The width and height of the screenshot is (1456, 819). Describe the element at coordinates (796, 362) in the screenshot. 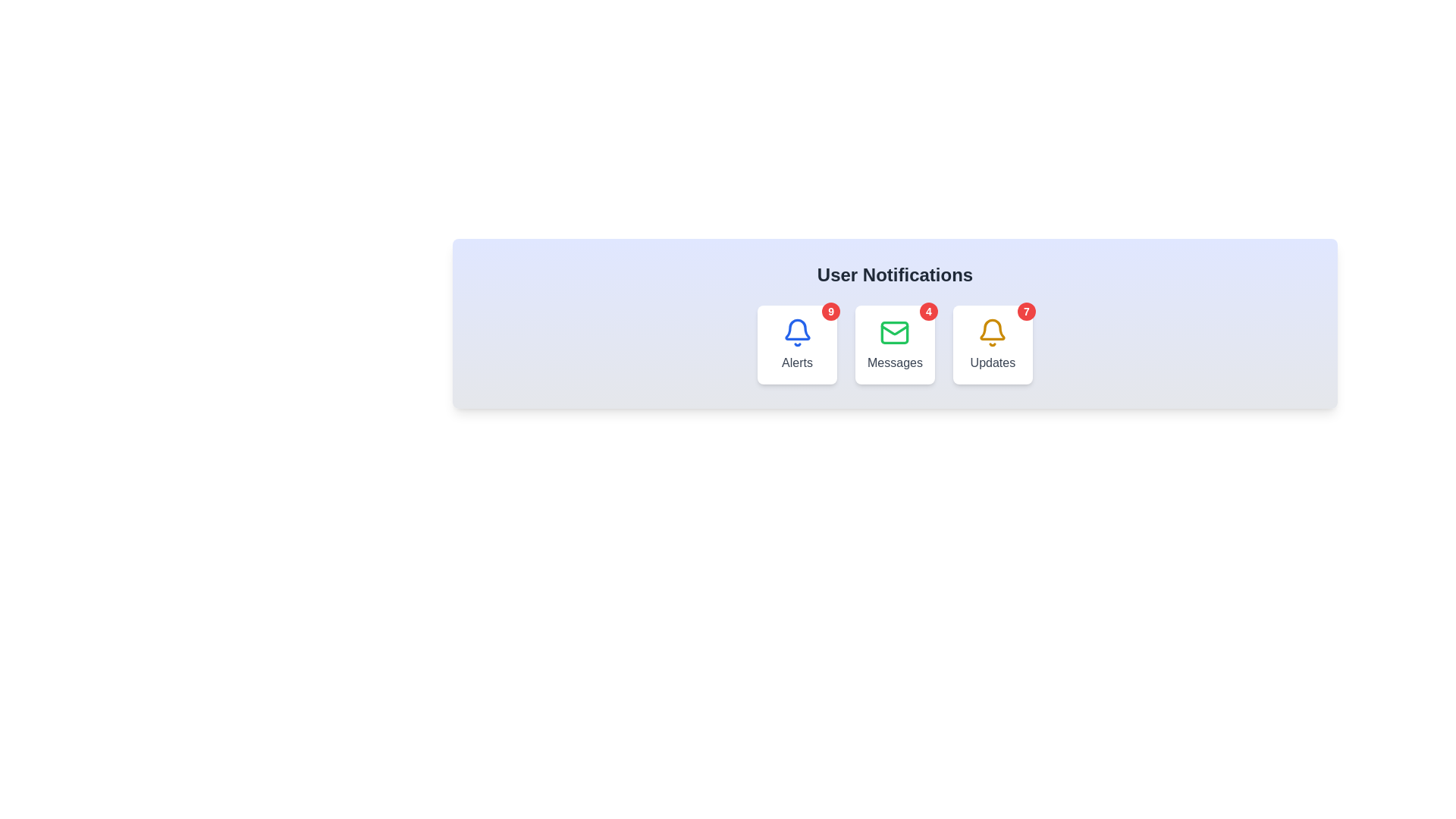

I see `the 'Alerts' label, which displays the word 'Alerts' in gray below the bell icon and notification count '9'` at that location.